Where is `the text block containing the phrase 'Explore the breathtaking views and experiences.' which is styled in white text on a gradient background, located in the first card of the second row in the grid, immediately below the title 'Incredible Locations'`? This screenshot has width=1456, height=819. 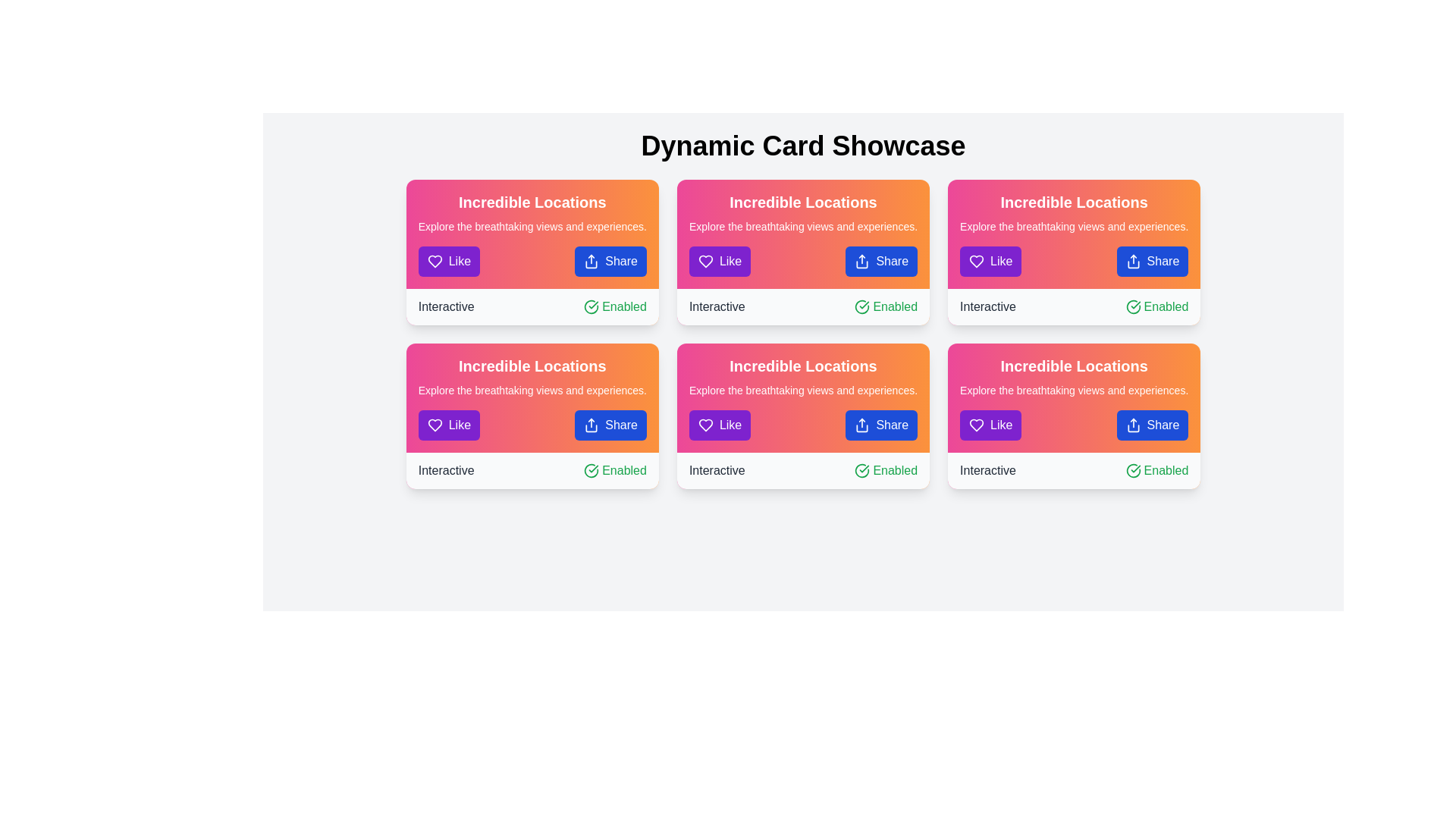 the text block containing the phrase 'Explore the breathtaking views and experiences.' which is styled in white text on a gradient background, located in the first card of the second row in the grid, immediately below the title 'Incredible Locations' is located at coordinates (802, 227).